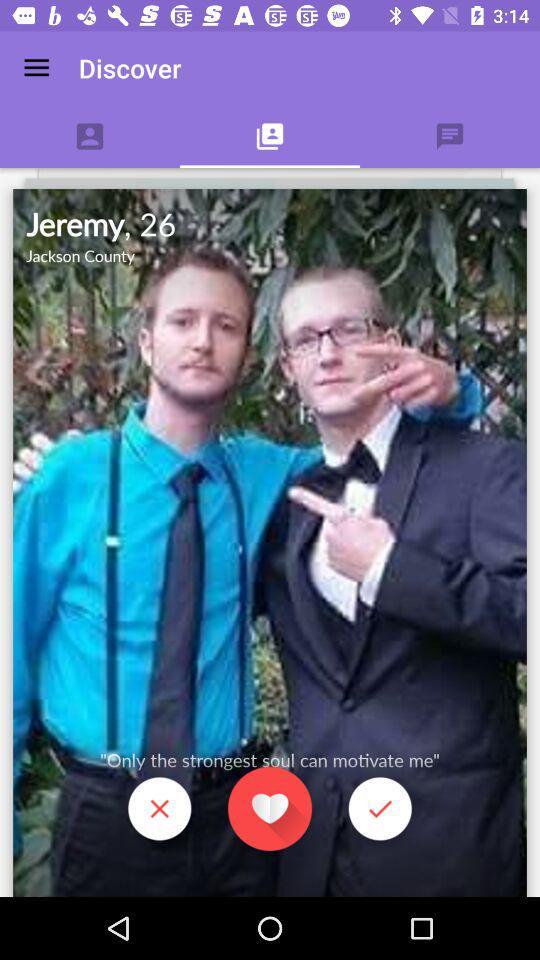 Image resolution: width=540 pixels, height=960 pixels. Describe the element at coordinates (380, 811) in the screenshot. I see `the check icon` at that location.